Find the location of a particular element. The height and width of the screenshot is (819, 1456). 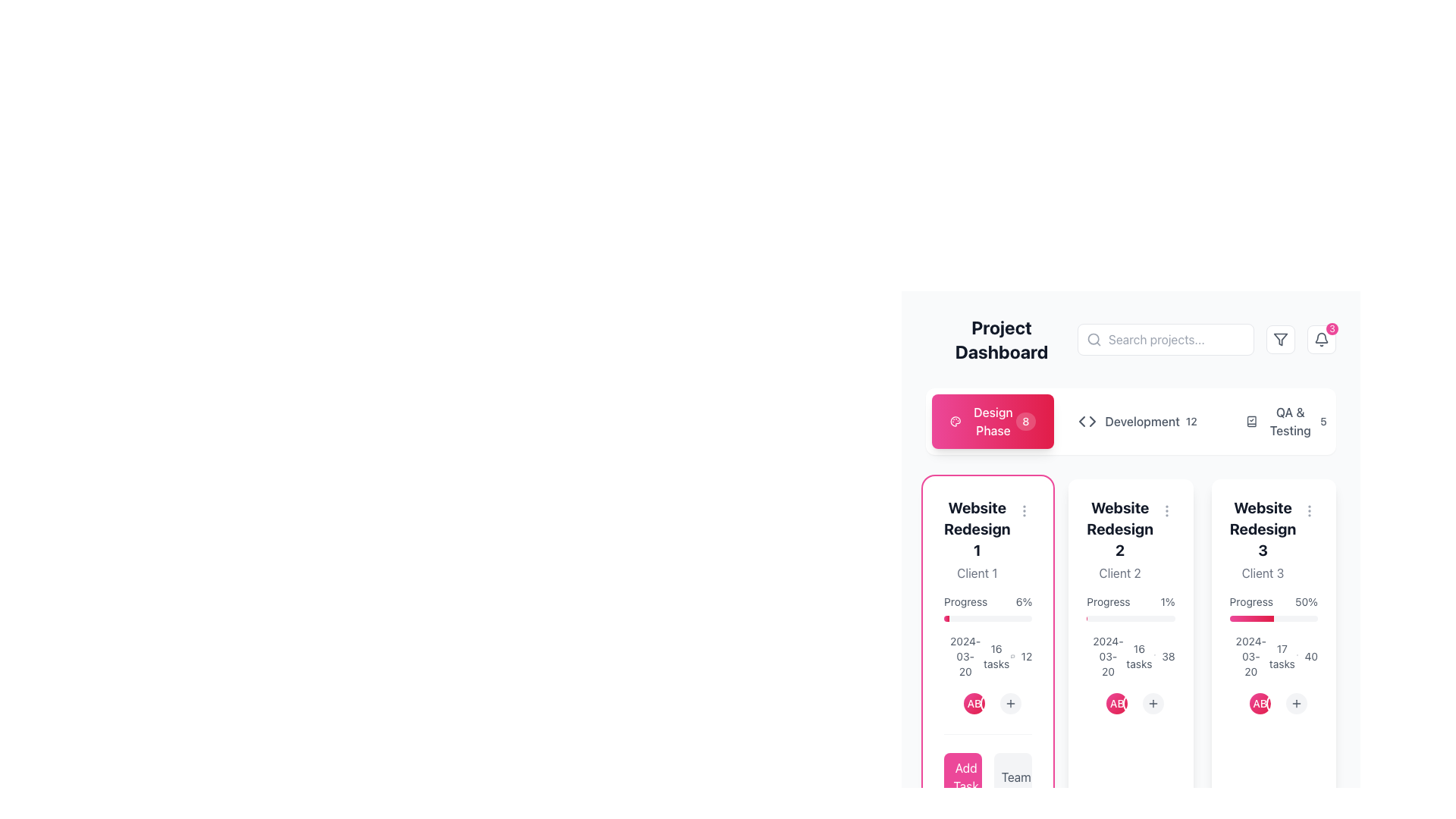

the user avatars in the composite UI component containing three circular badges and a plus button is located at coordinates (1126, 704).